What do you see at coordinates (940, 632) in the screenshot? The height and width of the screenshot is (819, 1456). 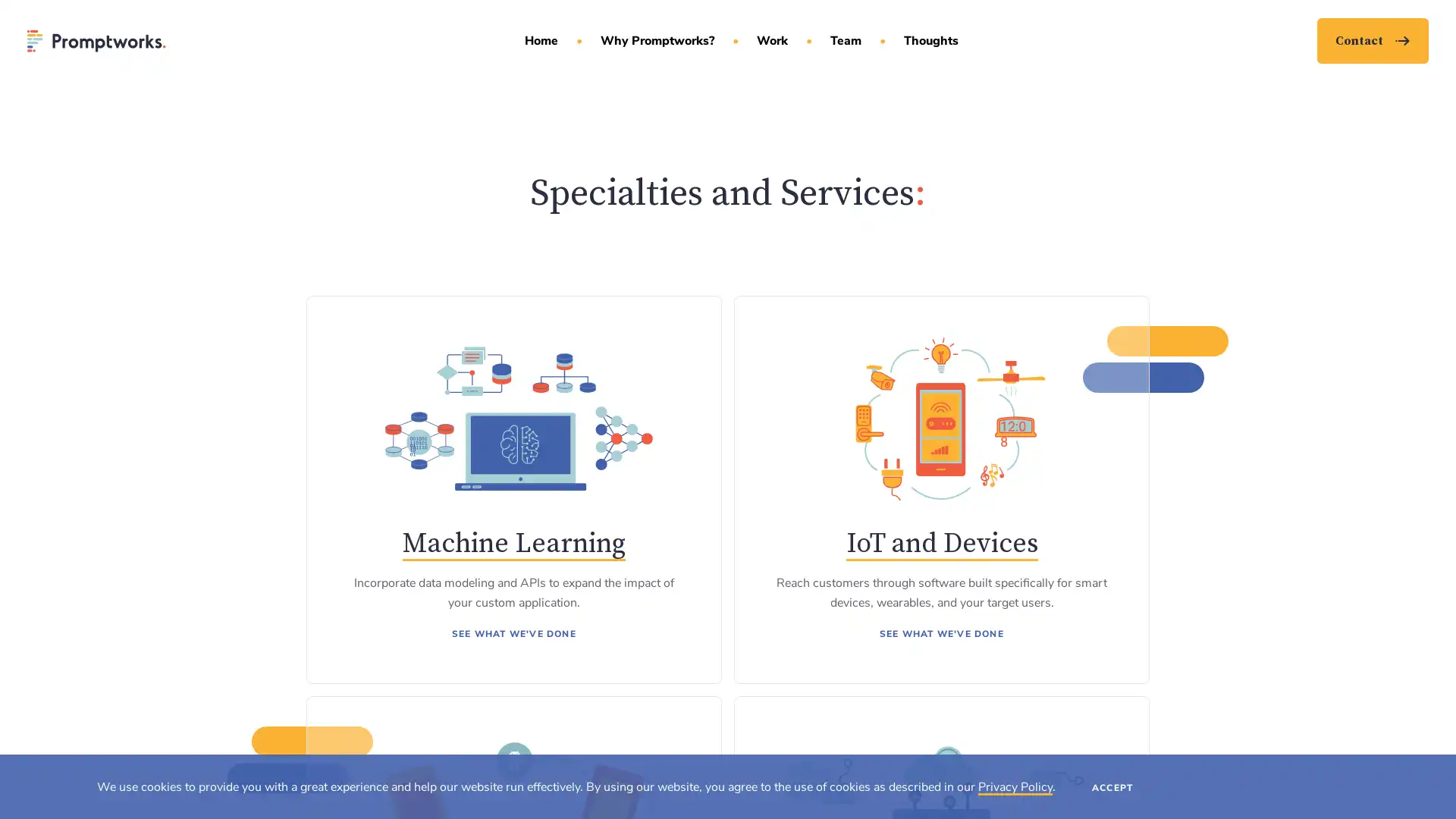 I see `SEE WHAT WE'VE DONE` at bounding box center [940, 632].